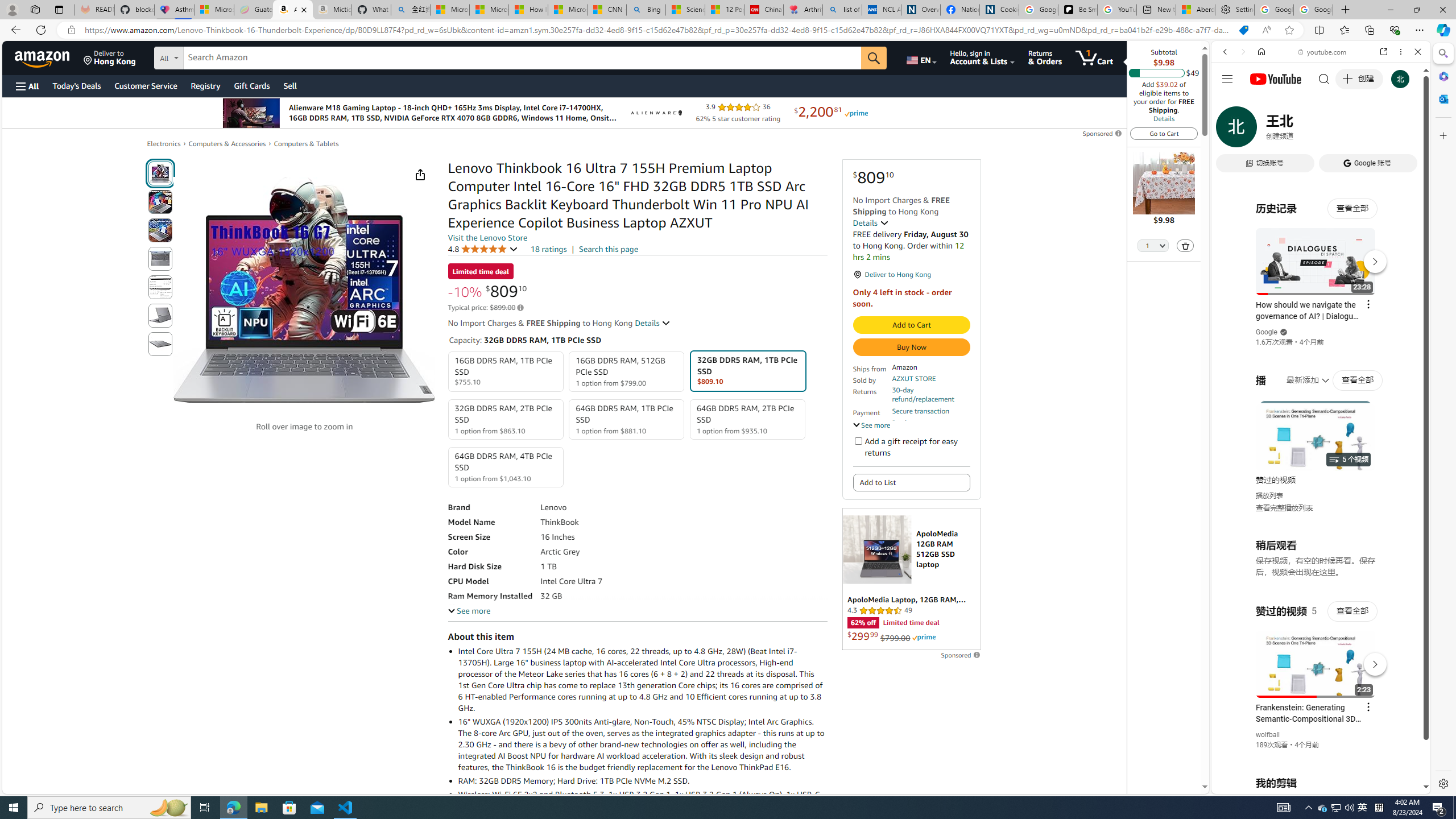  What do you see at coordinates (1316, 560) in the screenshot?
I see `'YouTube - YouTube'` at bounding box center [1316, 560].